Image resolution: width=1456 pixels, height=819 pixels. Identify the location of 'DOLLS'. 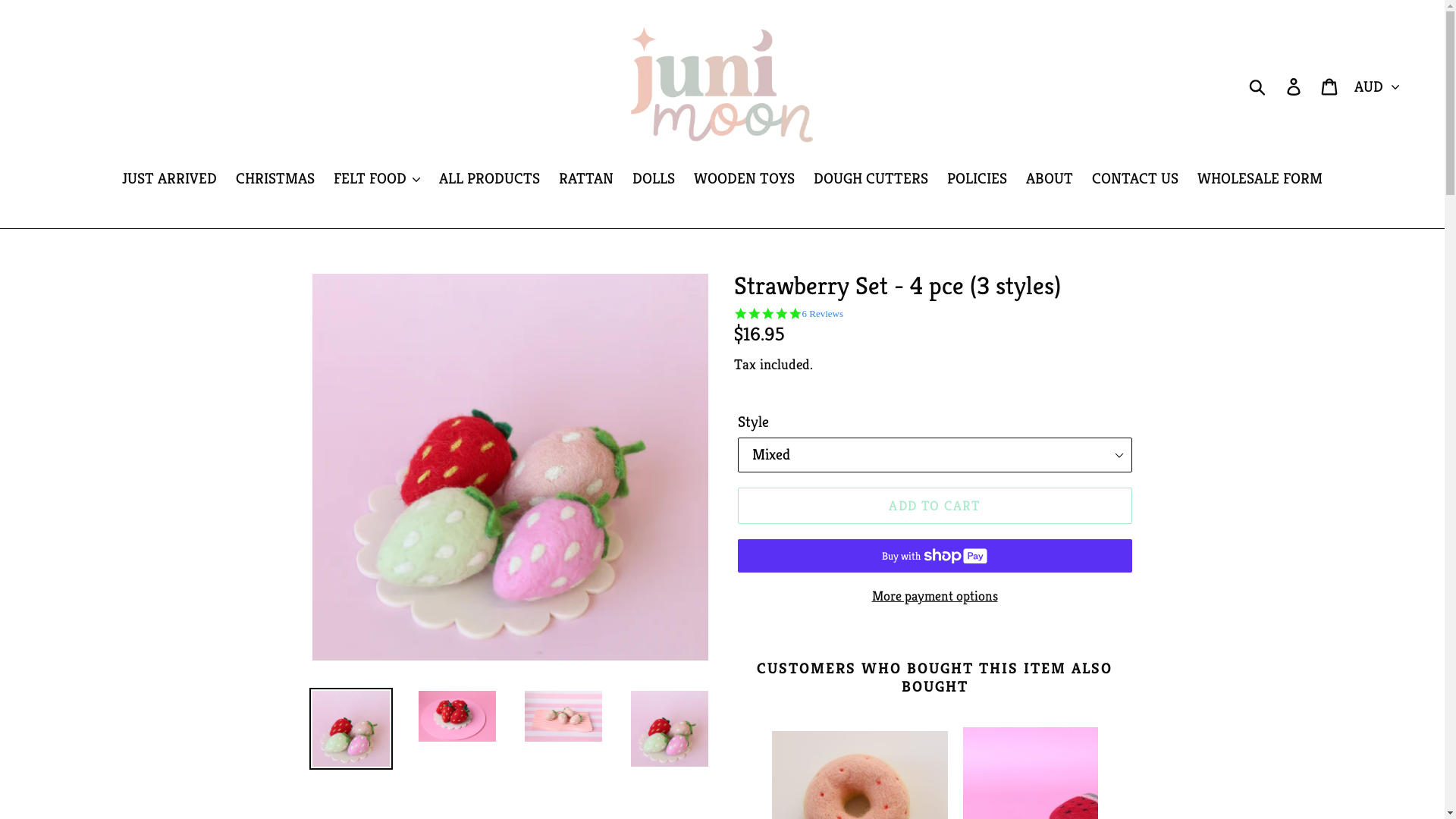
(654, 179).